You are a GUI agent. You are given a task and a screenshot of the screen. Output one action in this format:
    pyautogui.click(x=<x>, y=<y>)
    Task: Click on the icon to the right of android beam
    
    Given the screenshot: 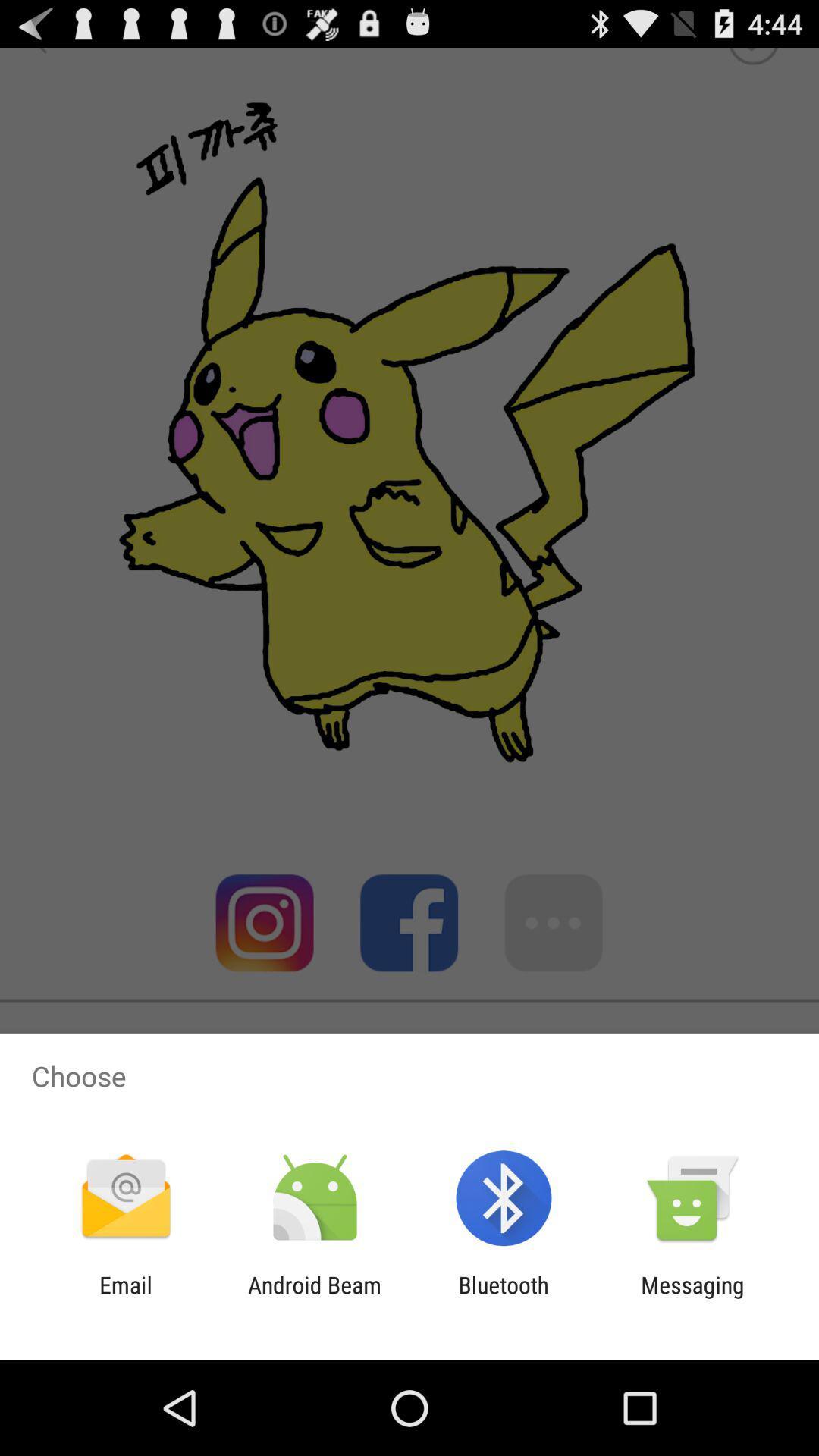 What is the action you would take?
    pyautogui.click(x=504, y=1298)
    